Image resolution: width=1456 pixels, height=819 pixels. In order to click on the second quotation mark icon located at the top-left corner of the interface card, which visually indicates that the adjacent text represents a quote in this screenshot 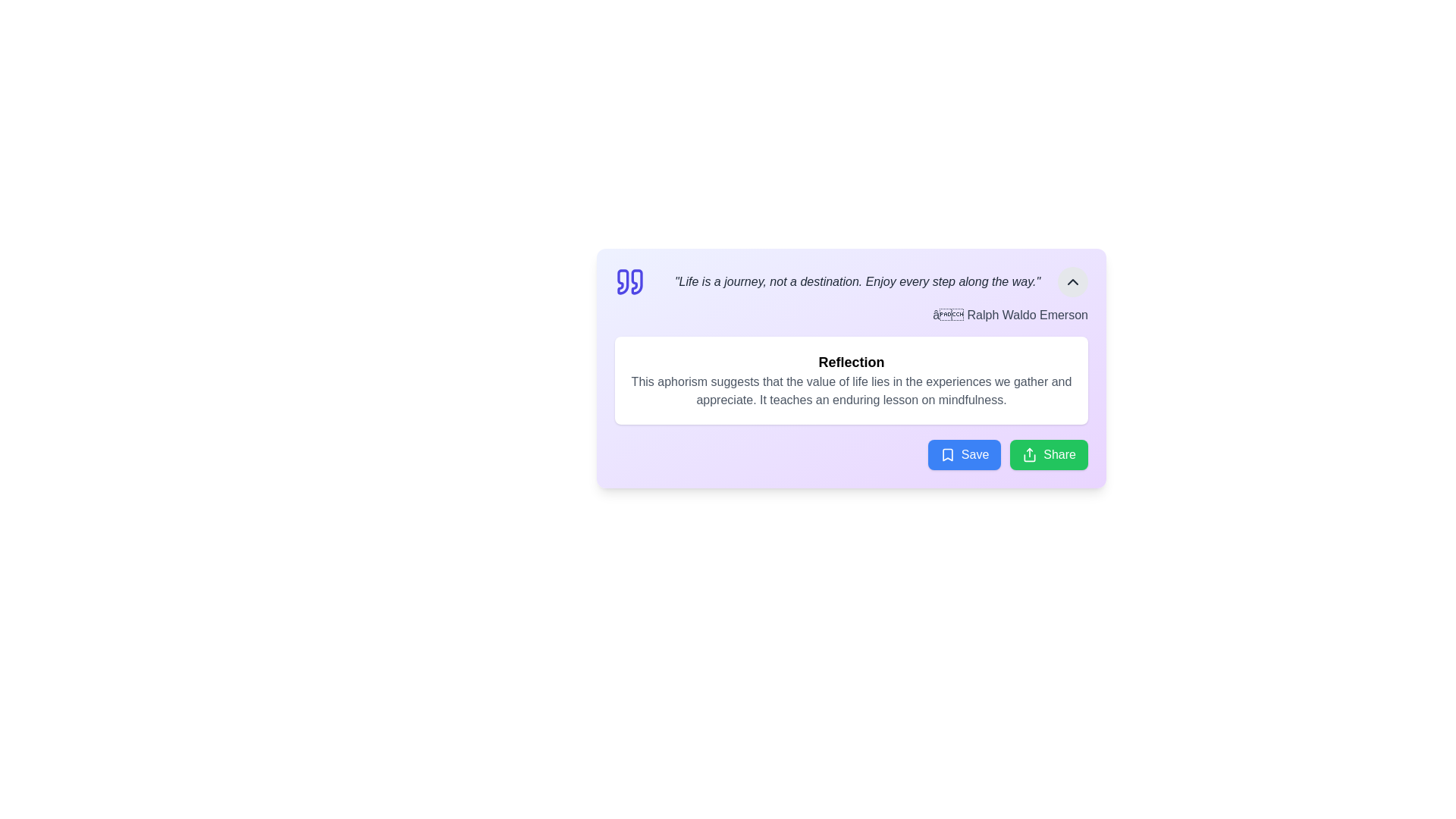, I will do `click(637, 281)`.